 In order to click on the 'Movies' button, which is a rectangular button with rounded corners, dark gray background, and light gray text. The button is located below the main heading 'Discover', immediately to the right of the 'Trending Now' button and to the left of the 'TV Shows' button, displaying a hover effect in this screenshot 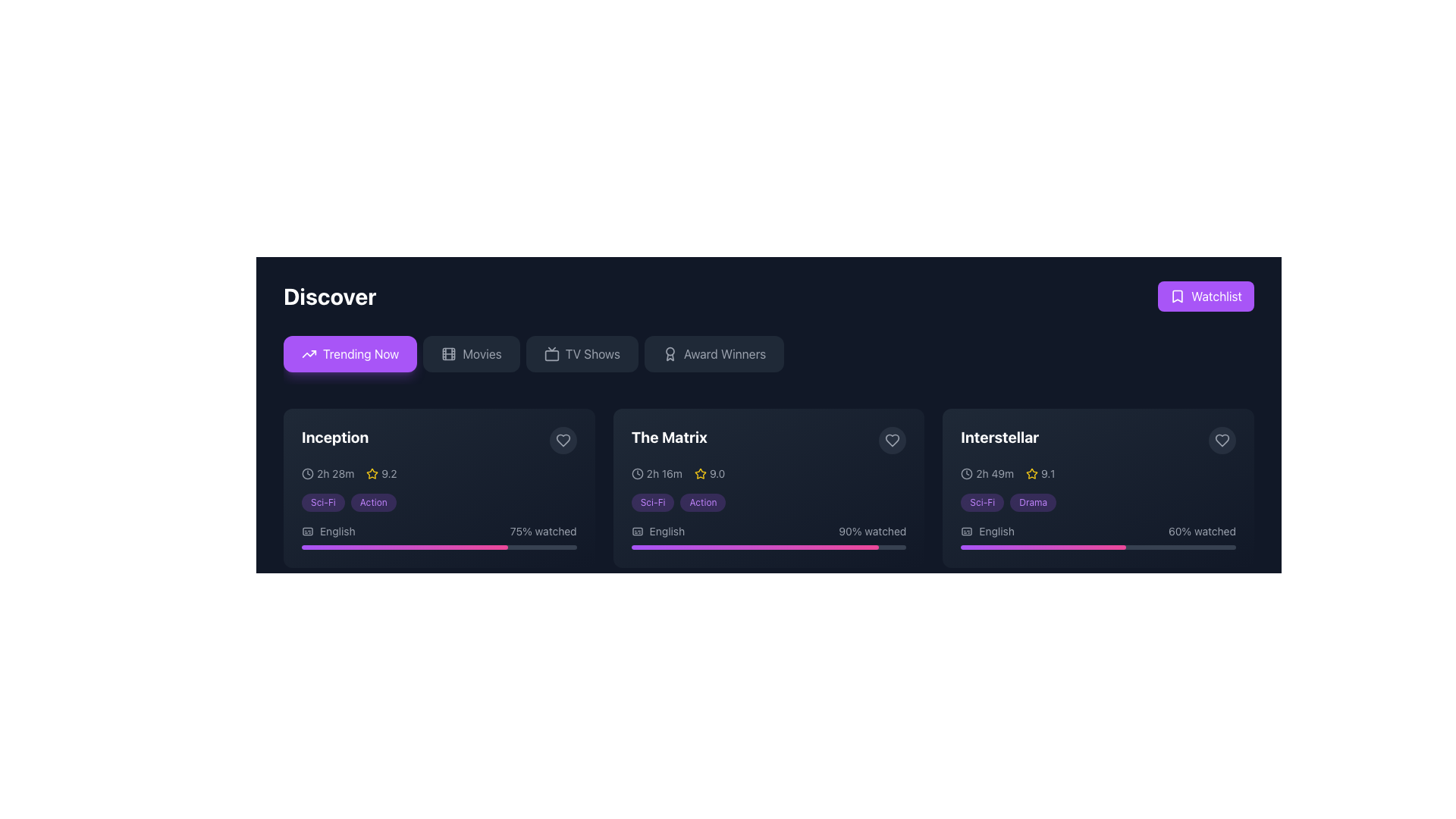, I will do `click(471, 353)`.